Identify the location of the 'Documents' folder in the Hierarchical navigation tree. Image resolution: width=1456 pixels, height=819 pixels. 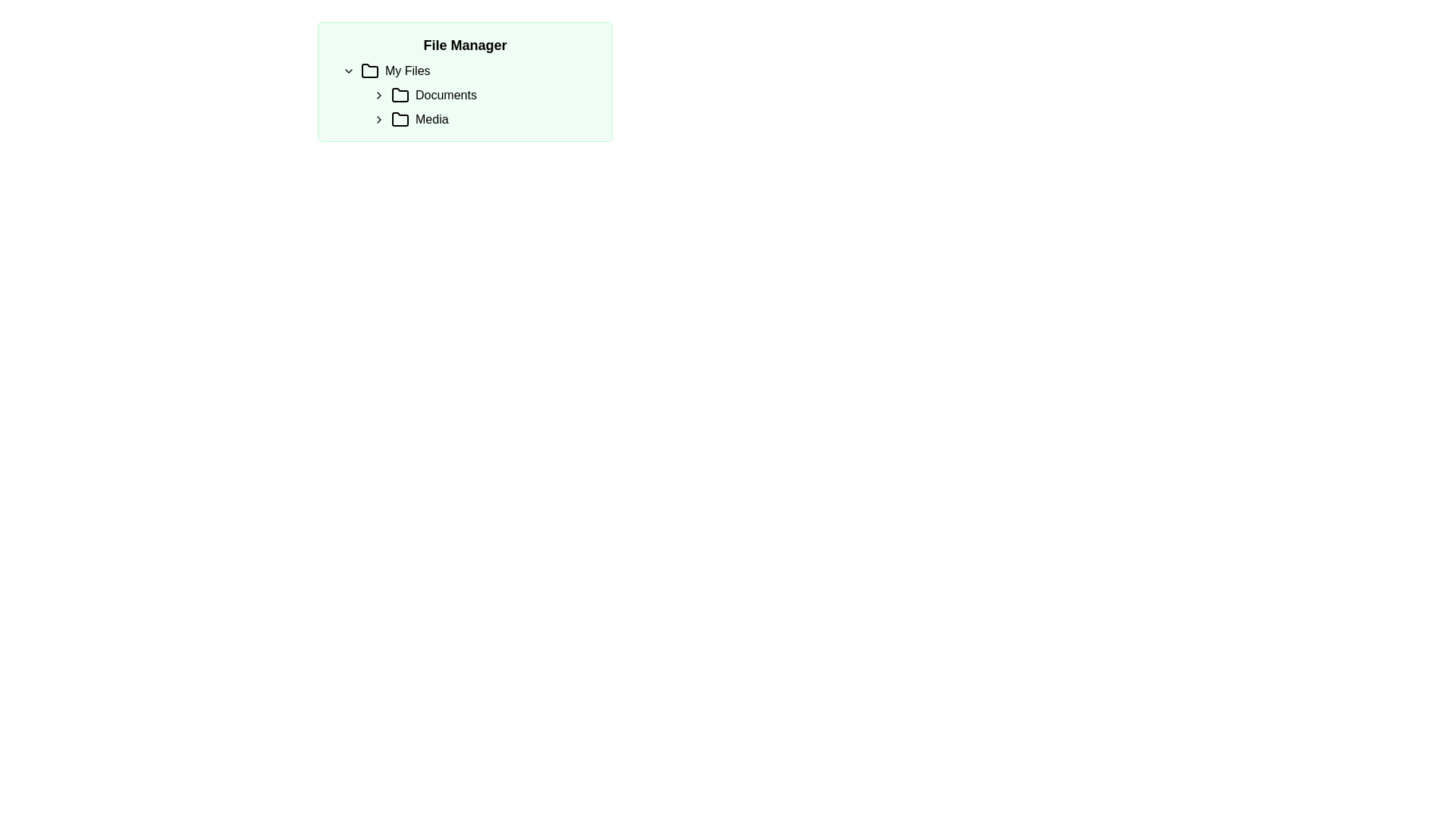
(464, 96).